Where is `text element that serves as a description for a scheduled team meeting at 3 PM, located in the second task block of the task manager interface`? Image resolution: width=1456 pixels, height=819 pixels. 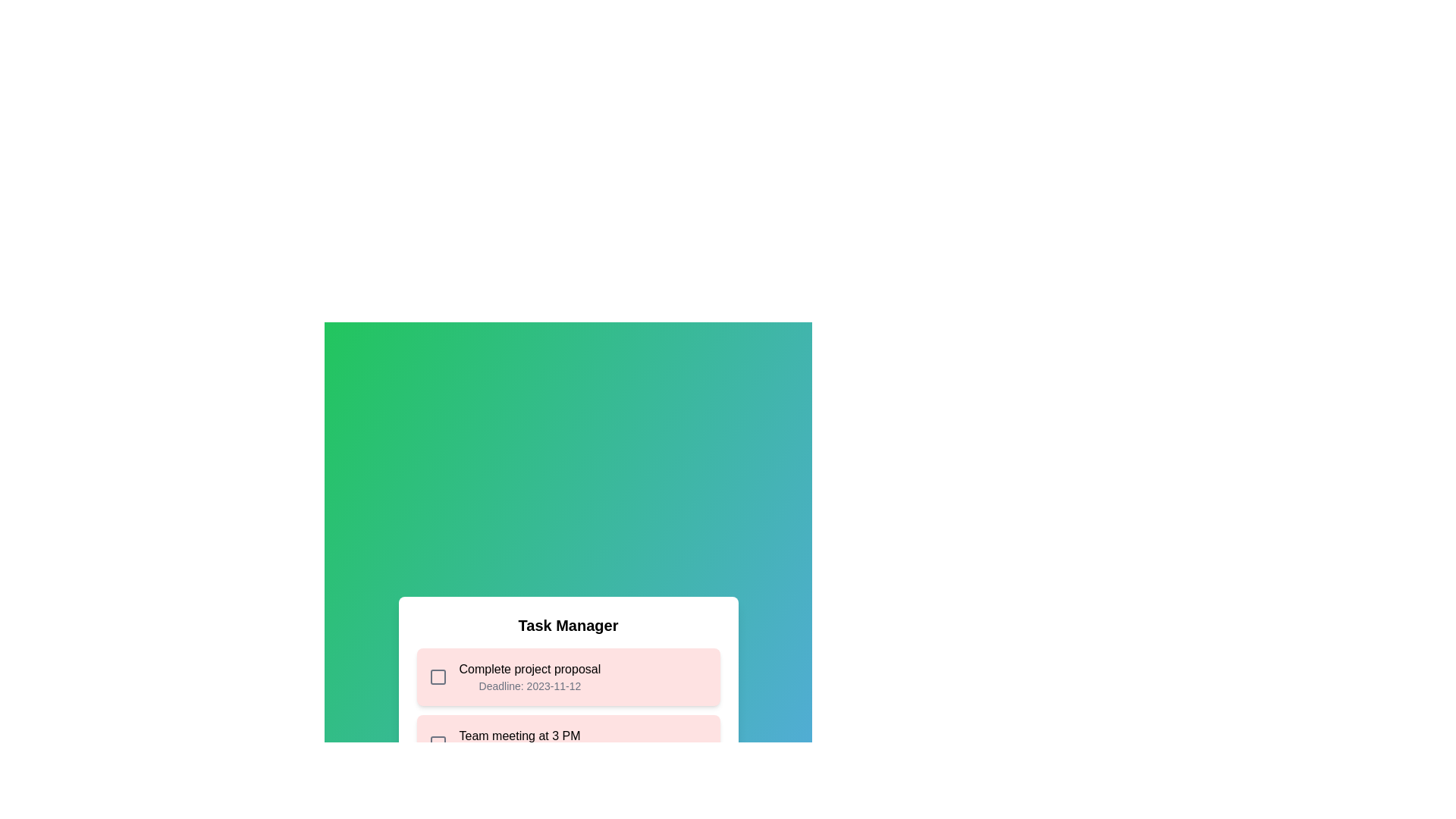
text element that serves as a description for a scheduled team meeting at 3 PM, located in the second task block of the task manager interface is located at coordinates (519, 736).